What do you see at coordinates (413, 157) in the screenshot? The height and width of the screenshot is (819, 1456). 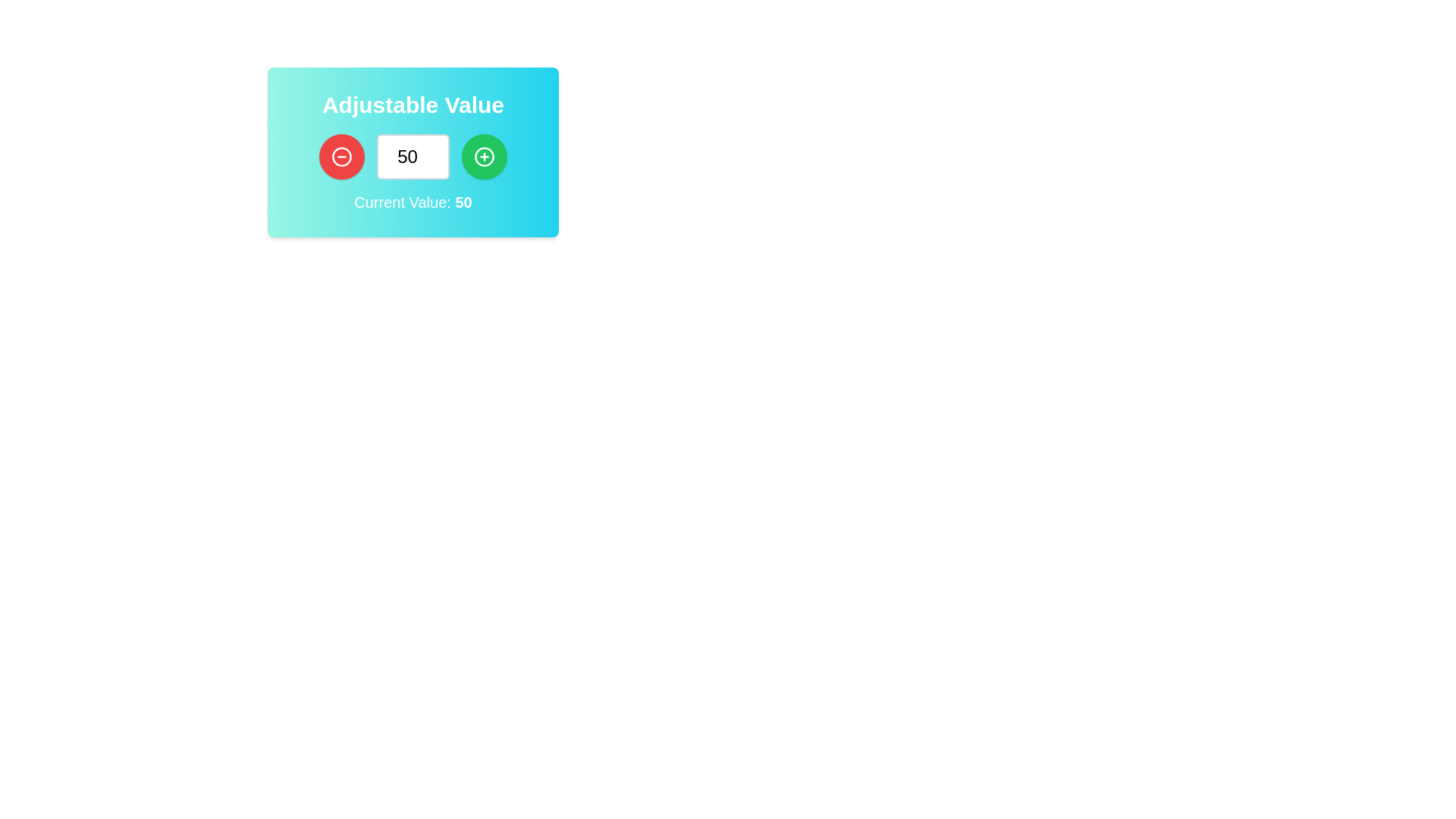 I see `the numeric input field within the blue gradient box labeled 'Adjustable Value' to focus on it` at bounding box center [413, 157].